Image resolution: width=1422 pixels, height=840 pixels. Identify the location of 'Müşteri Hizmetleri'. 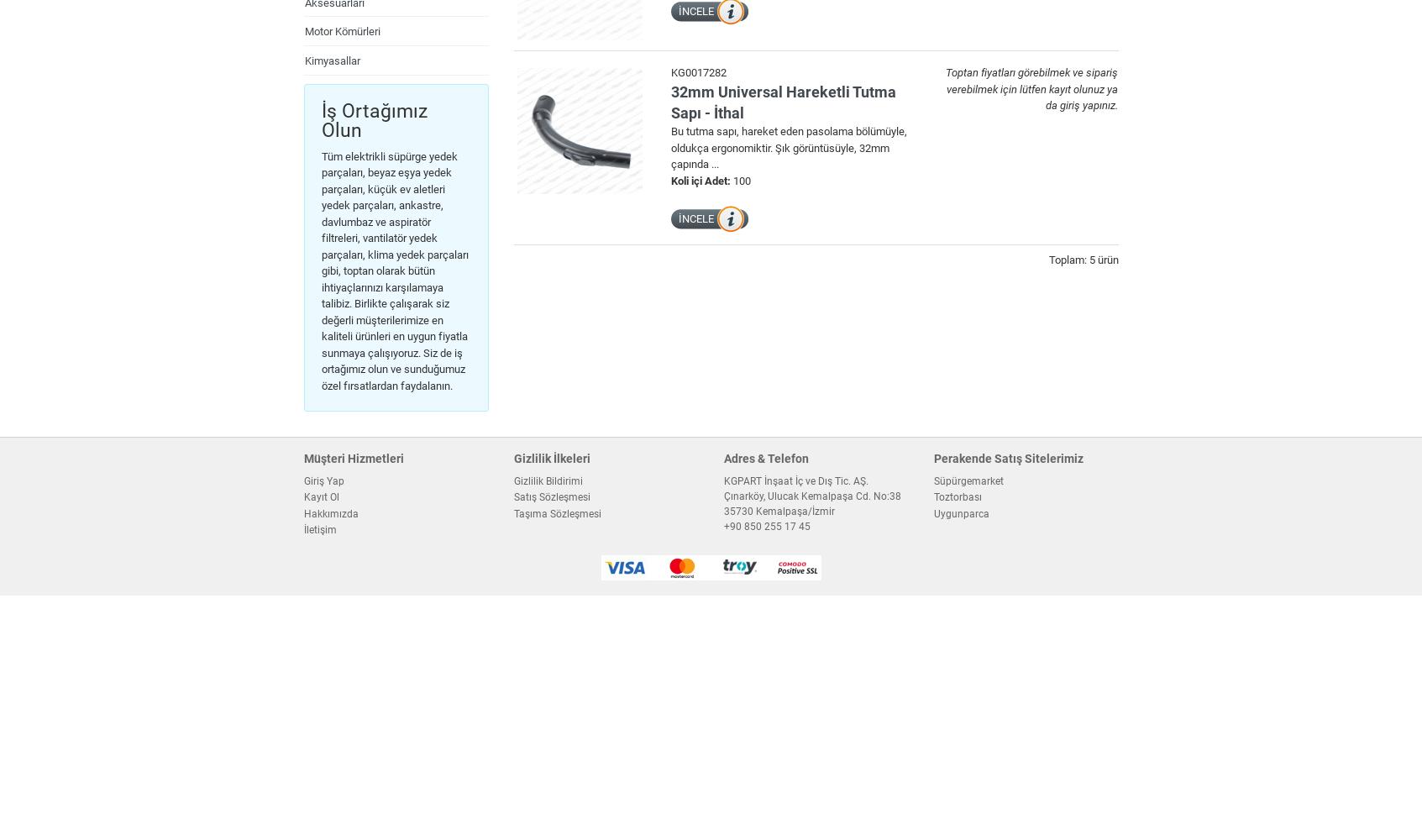
(302, 458).